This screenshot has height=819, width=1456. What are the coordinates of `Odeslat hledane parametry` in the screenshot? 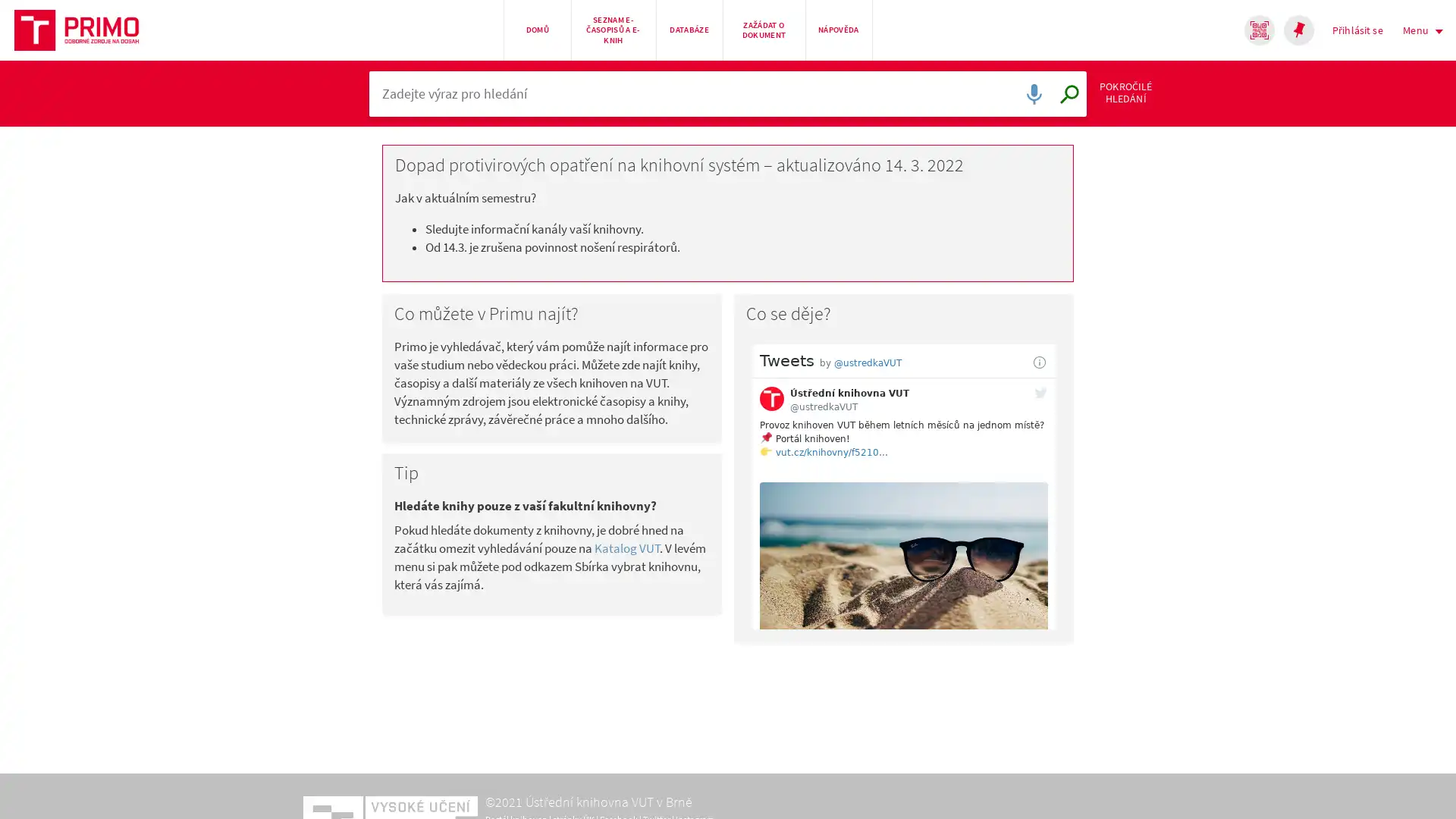 It's located at (1065, 99).